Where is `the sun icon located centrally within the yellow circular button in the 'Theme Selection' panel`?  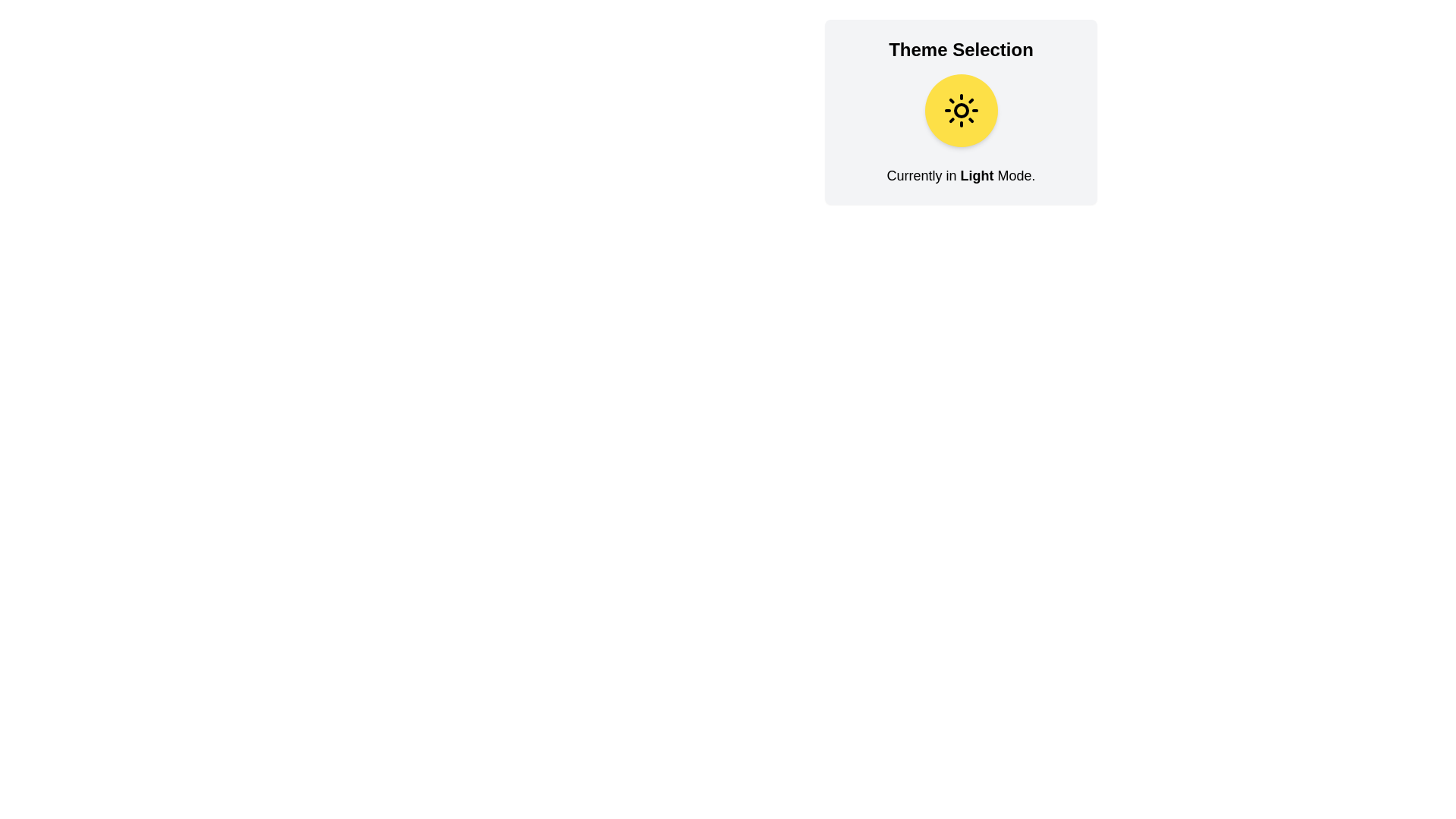 the sun icon located centrally within the yellow circular button in the 'Theme Selection' panel is located at coordinates (960, 110).